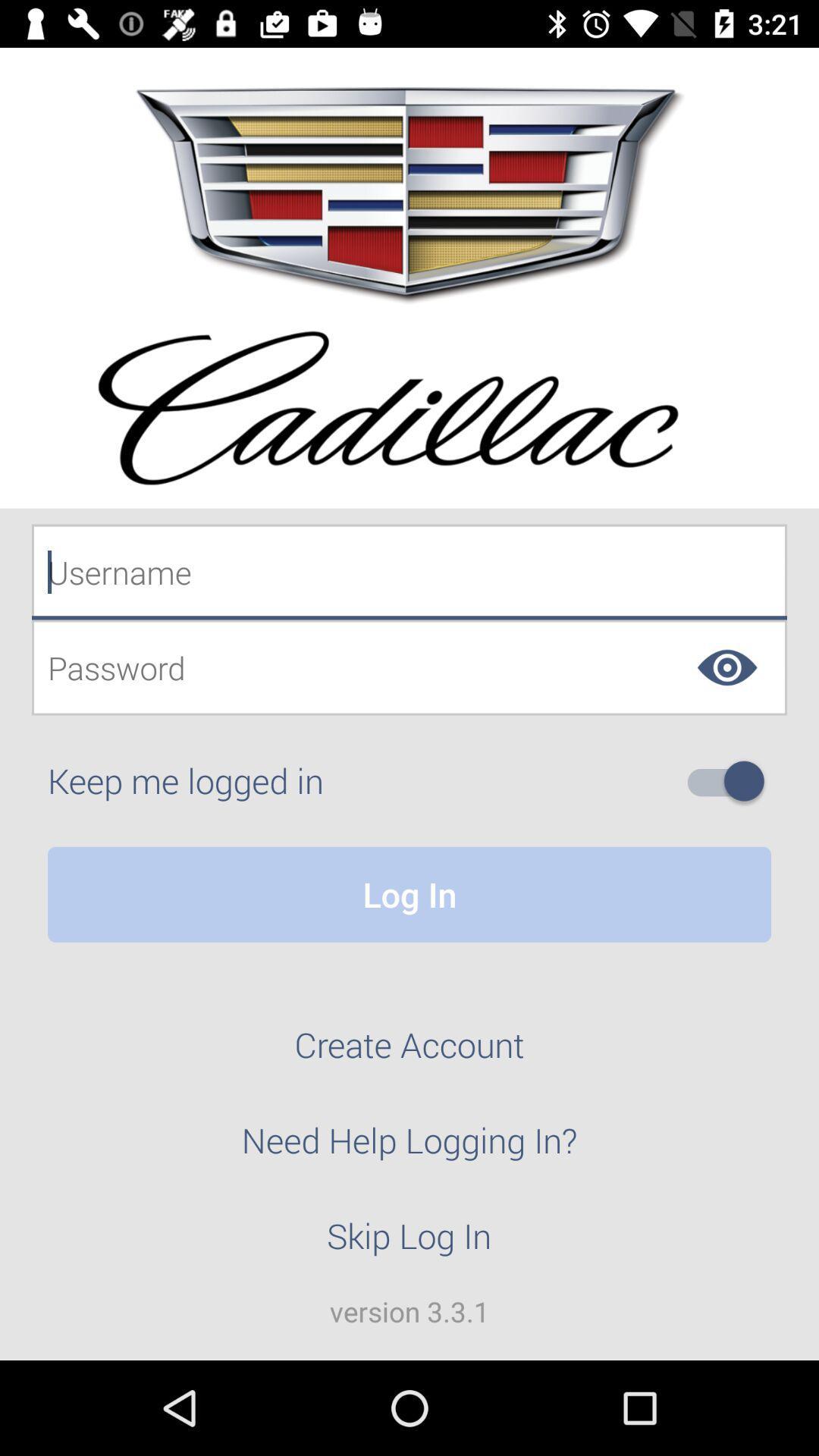 The width and height of the screenshot is (819, 1456). What do you see at coordinates (409, 1053) in the screenshot?
I see `icon below the log in item` at bounding box center [409, 1053].